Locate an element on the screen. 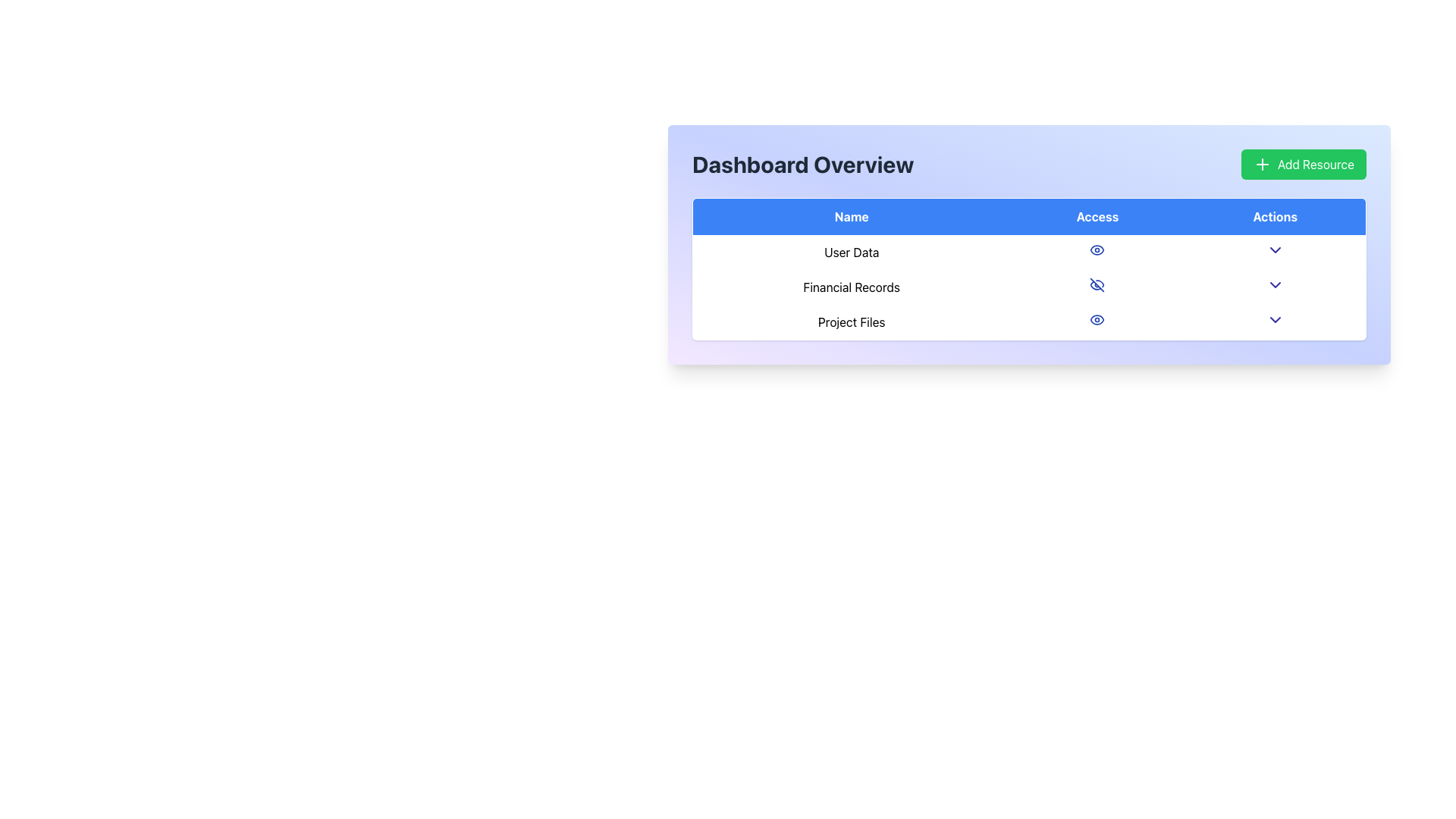 The height and width of the screenshot is (819, 1456). the Dropdown trigger button (Chevron icon) located in the third column labeled 'Actions' in the first row of the table is located at coordinates (1274, 249).